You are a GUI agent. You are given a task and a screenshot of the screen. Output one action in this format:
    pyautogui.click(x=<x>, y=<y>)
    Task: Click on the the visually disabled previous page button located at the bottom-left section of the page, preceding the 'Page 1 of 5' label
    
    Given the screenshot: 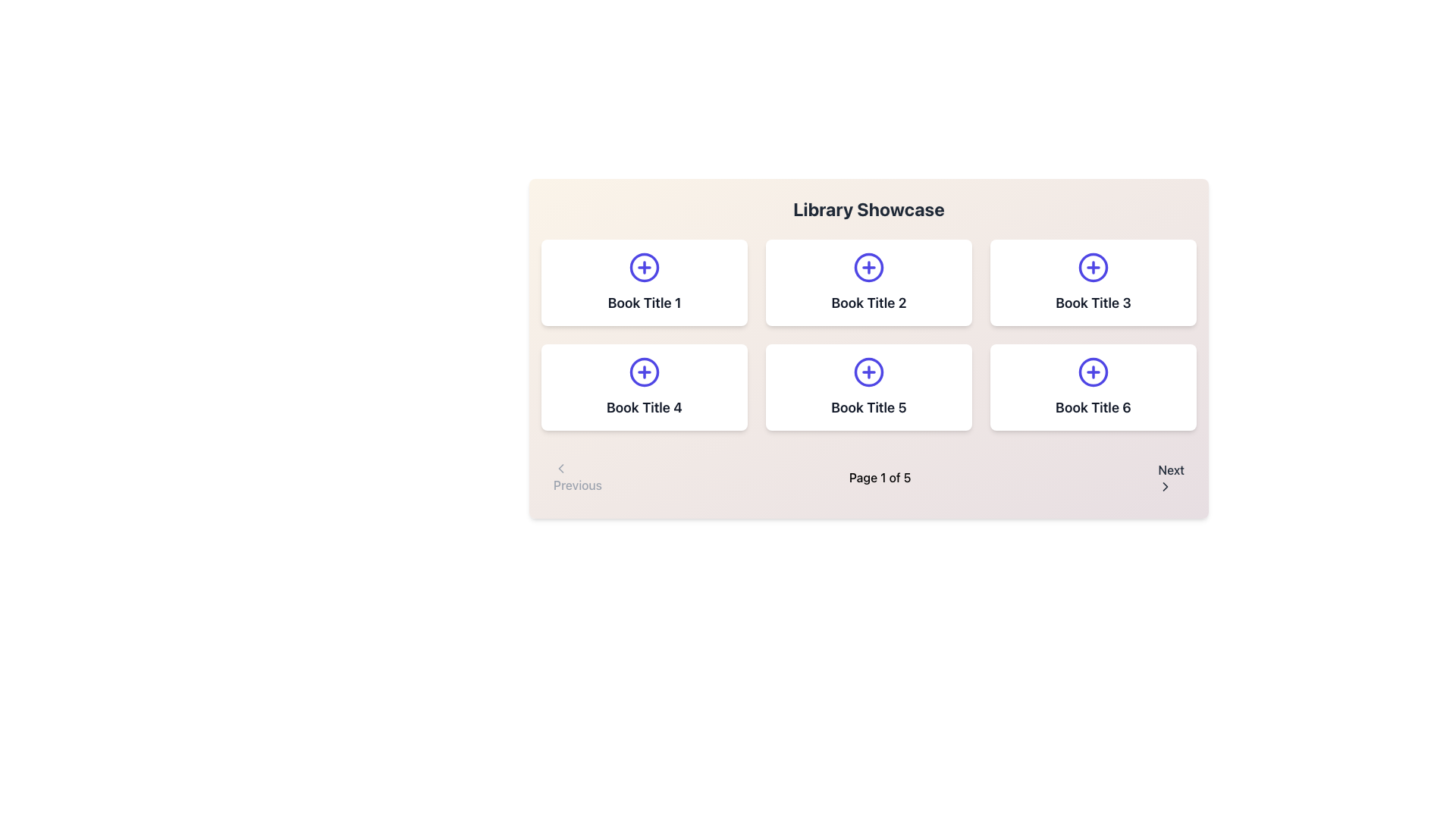 What is the action you would take?
    pyautogui.click(x=577, y=476)
    